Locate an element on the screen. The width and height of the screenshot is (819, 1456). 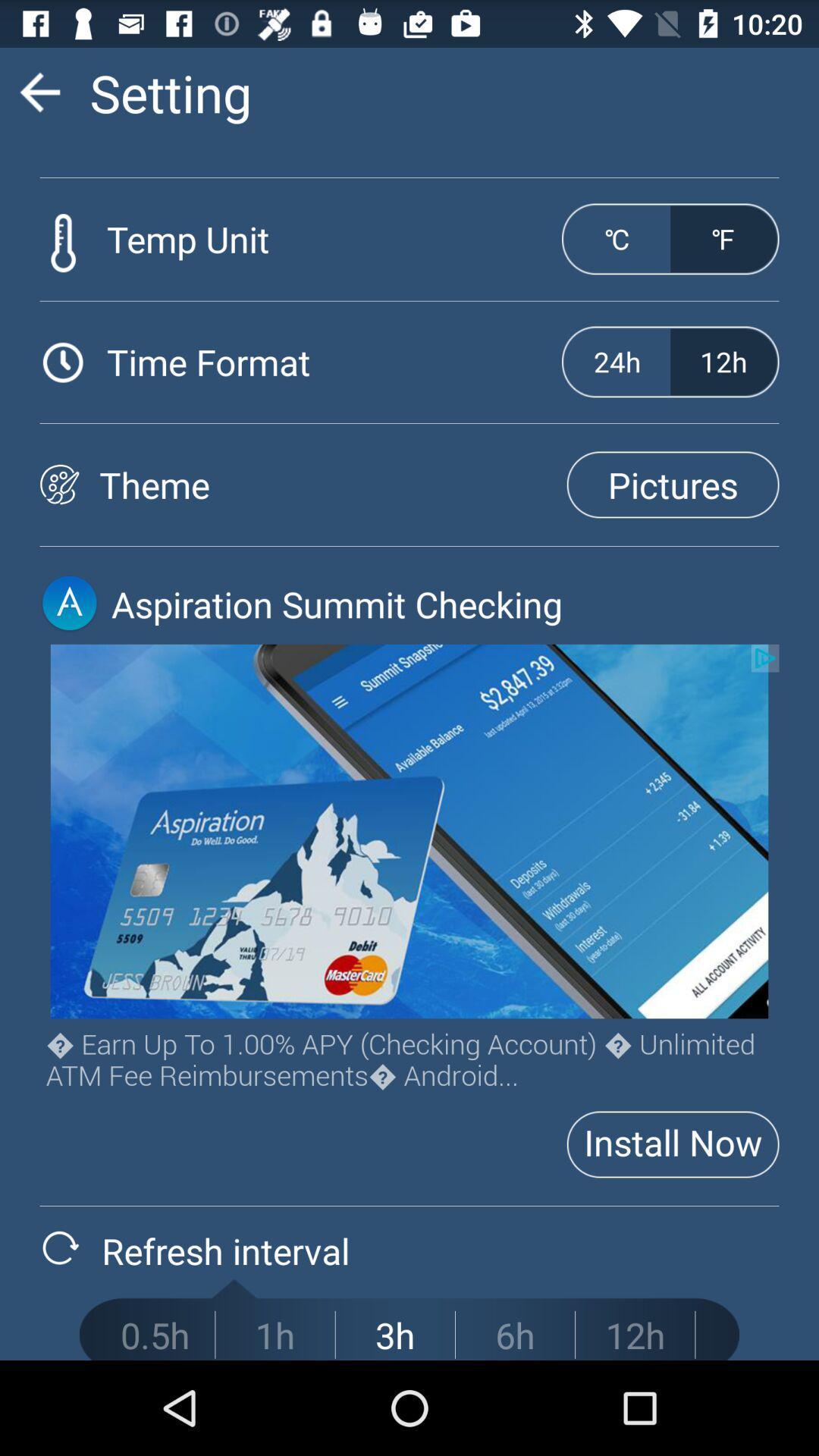
the blue colored icon shown above the image is located at coordinates (70, 603).